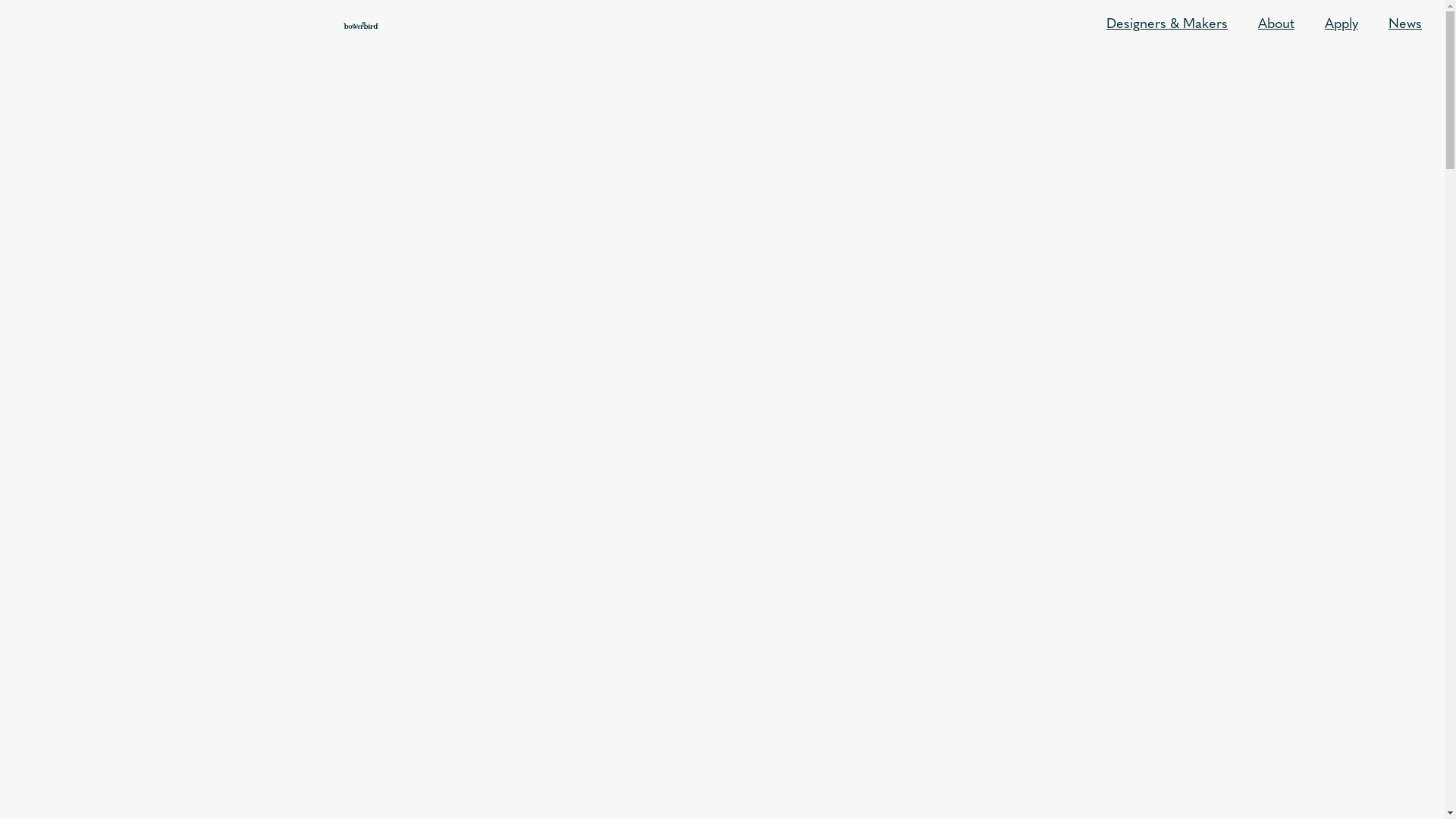 The height and width of the screenshot is (819, 1456). What do you see at coordinates (1341, 25) in the screenshot?
I see `'Apply'` at bounding box center [1341, 25].